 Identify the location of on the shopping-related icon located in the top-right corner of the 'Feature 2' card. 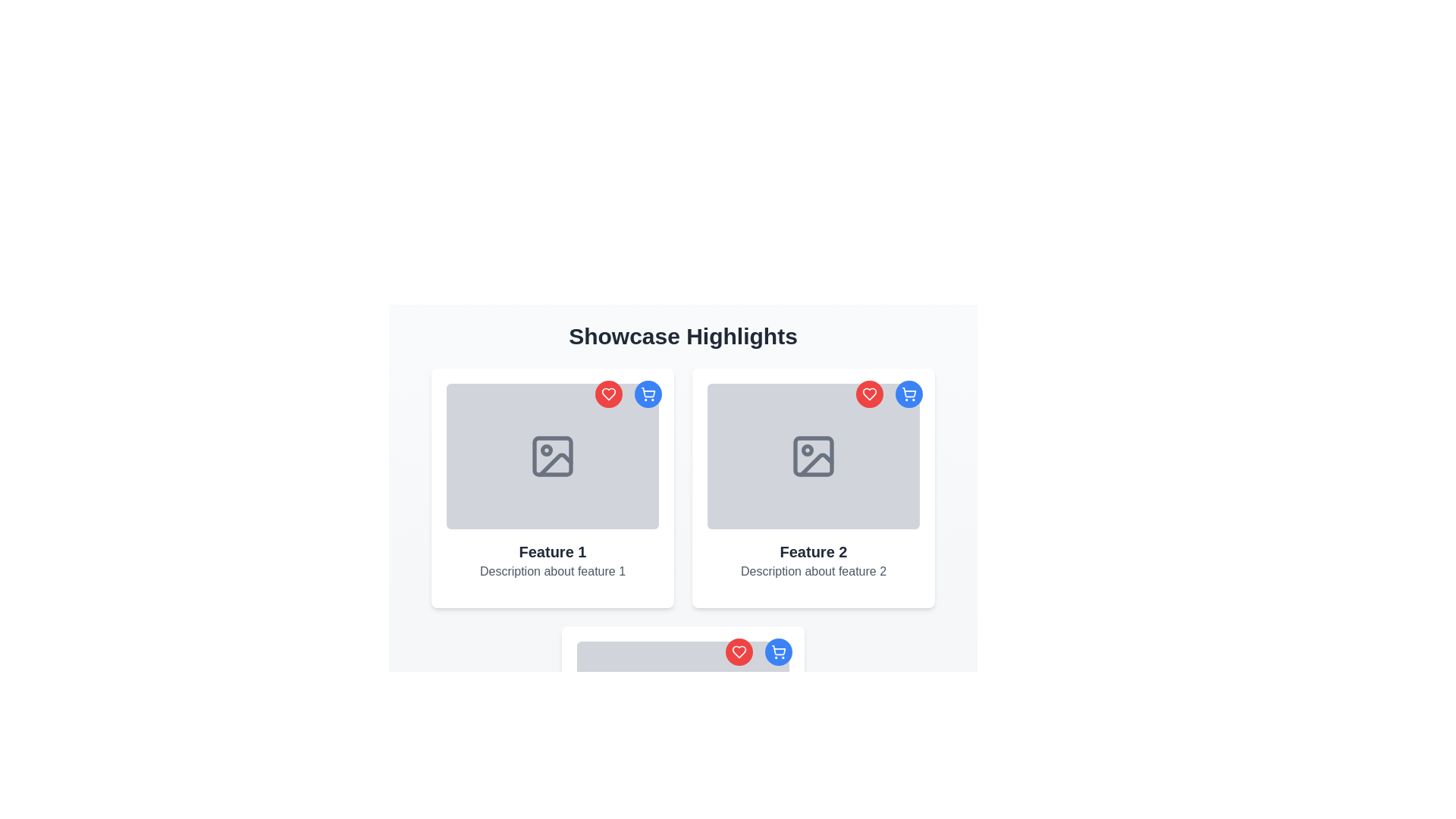
(909, 391).